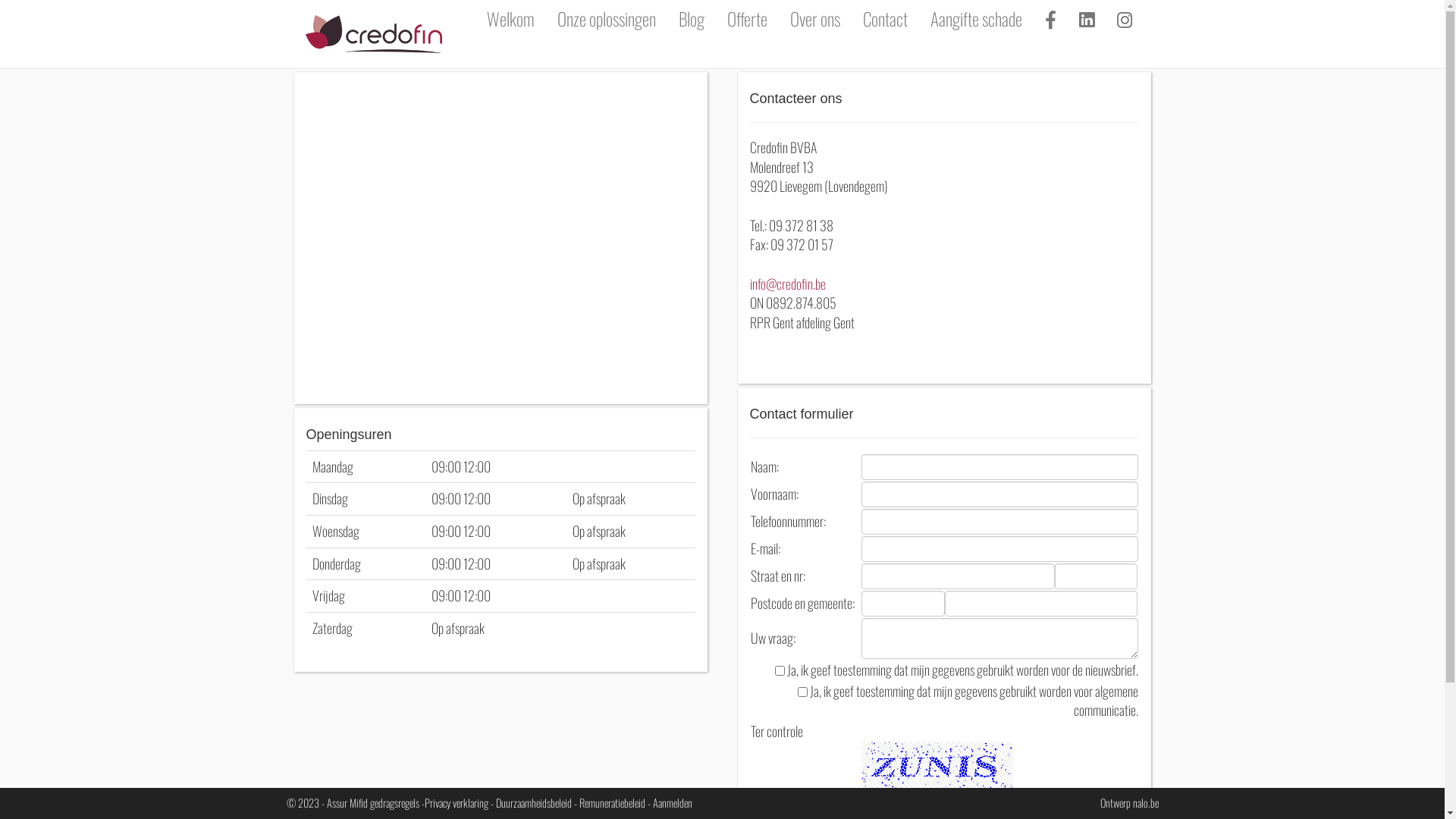 This screenshot has width=1456, height=819. What do you see at coordinates (534, 802) in the screenshot?
I see `'Duurzaamheidsbeleid'` at bounding box center [534, 802].